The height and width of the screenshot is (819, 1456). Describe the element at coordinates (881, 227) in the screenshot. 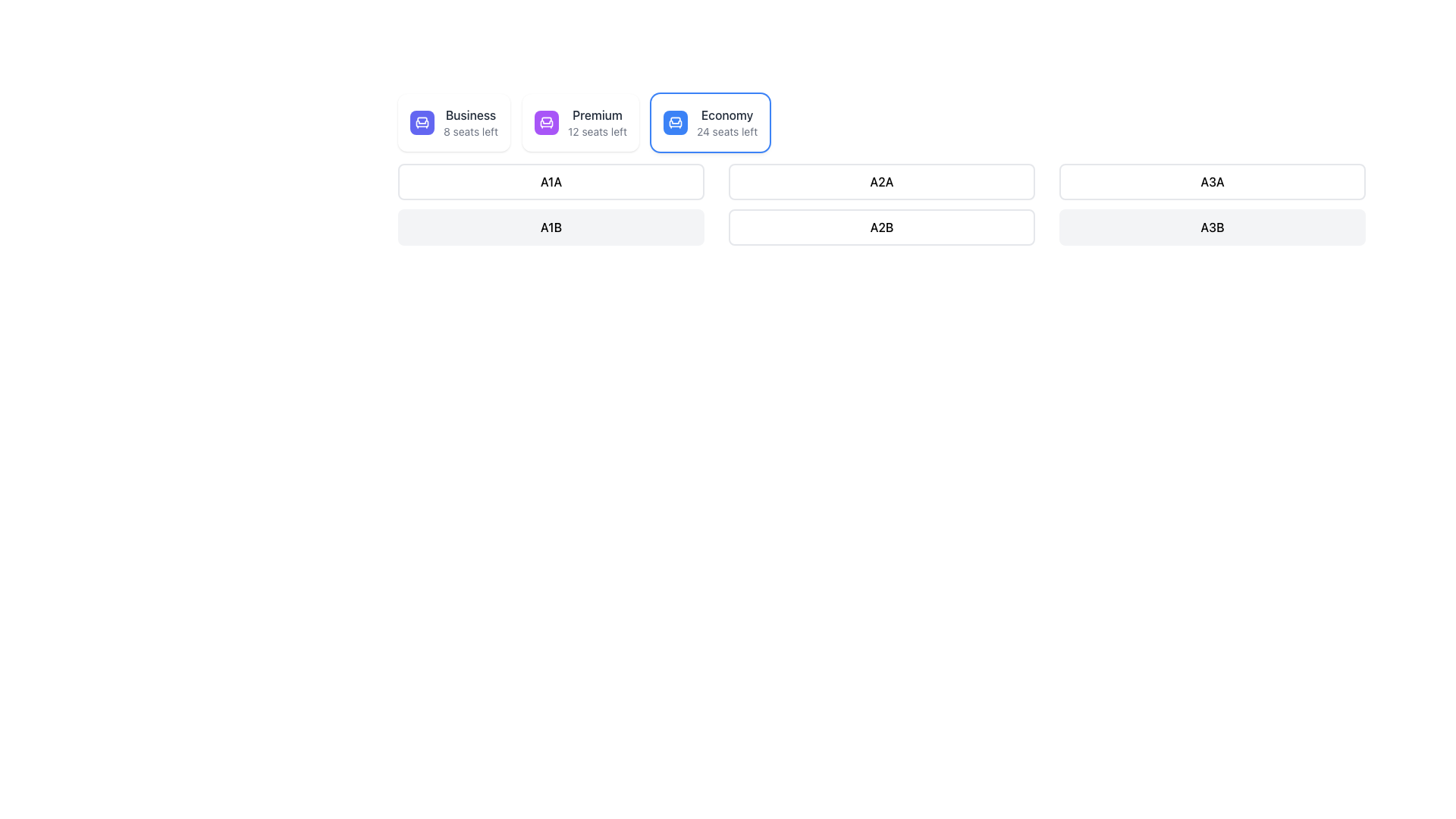

I see `the button labeled 'A2B' with a white background and bold text, located directly below the 'A2A' button in the 'Economy' section` at that location.